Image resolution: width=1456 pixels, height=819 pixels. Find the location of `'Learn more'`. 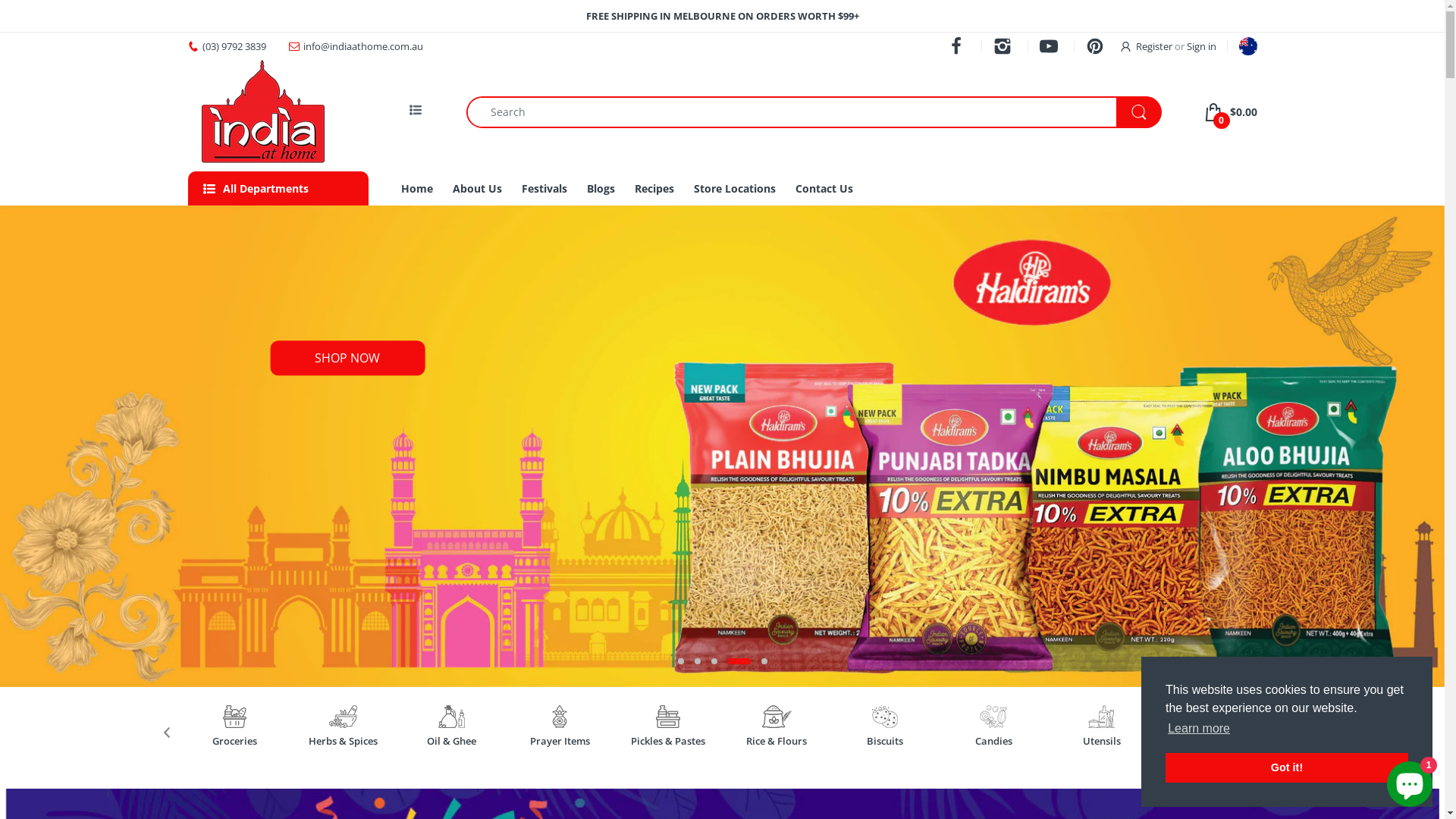

'Learn more' is located at coordinates (1197, 727).